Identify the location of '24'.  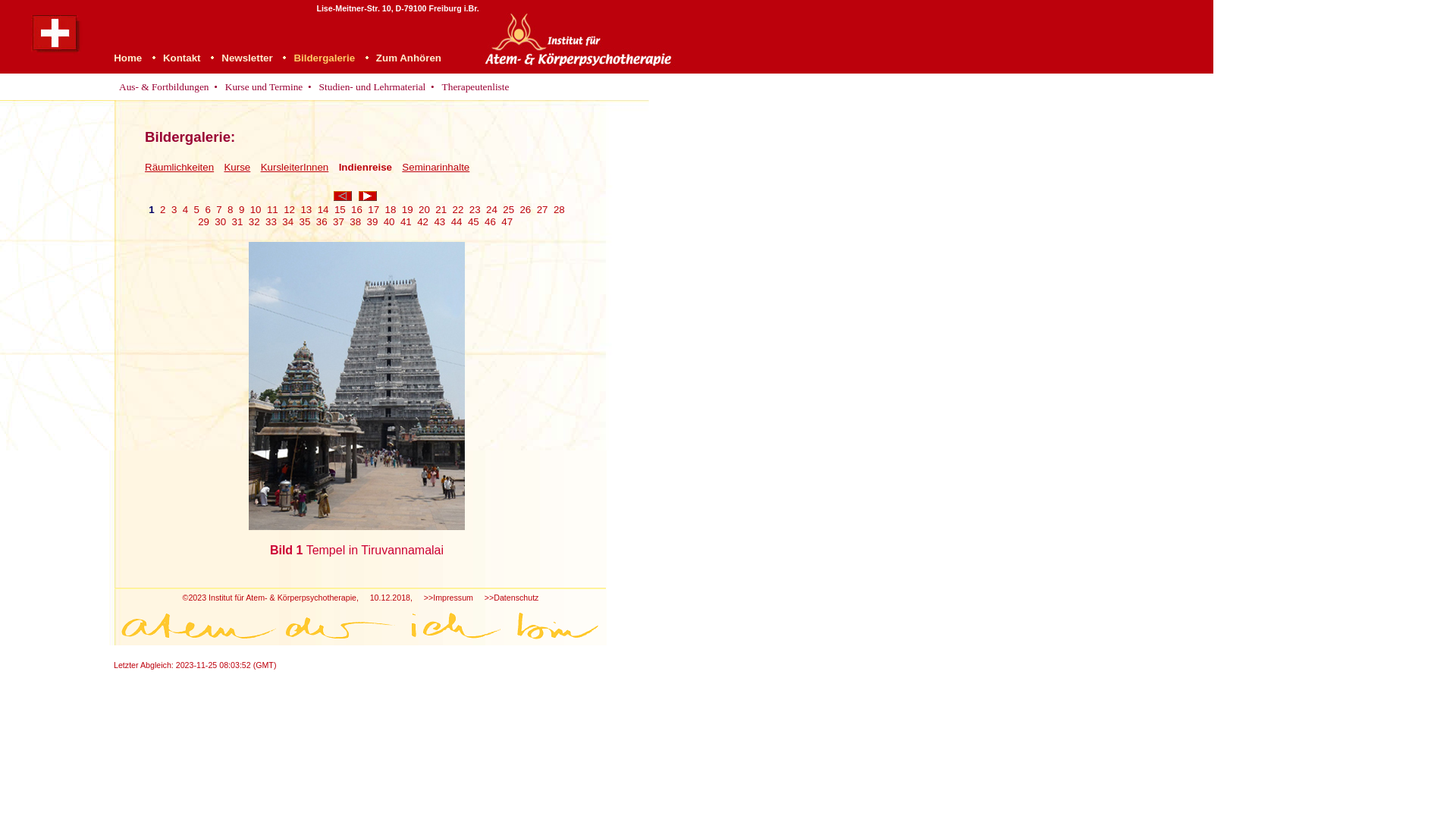
(491, 209).